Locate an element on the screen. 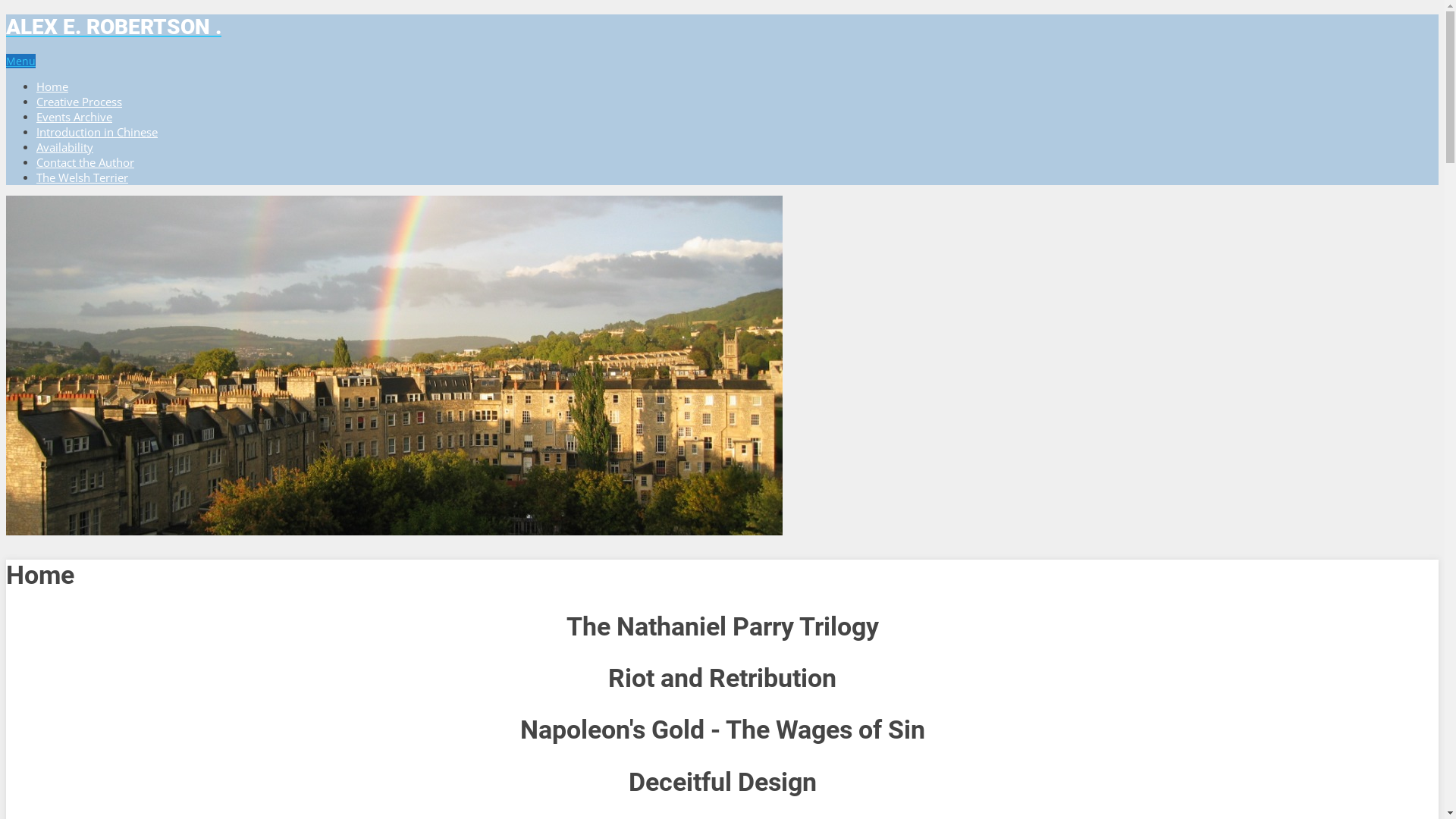 The height and width of the screenshot is (819, 1456). 'Availability' is located at coordinates (64, 146).